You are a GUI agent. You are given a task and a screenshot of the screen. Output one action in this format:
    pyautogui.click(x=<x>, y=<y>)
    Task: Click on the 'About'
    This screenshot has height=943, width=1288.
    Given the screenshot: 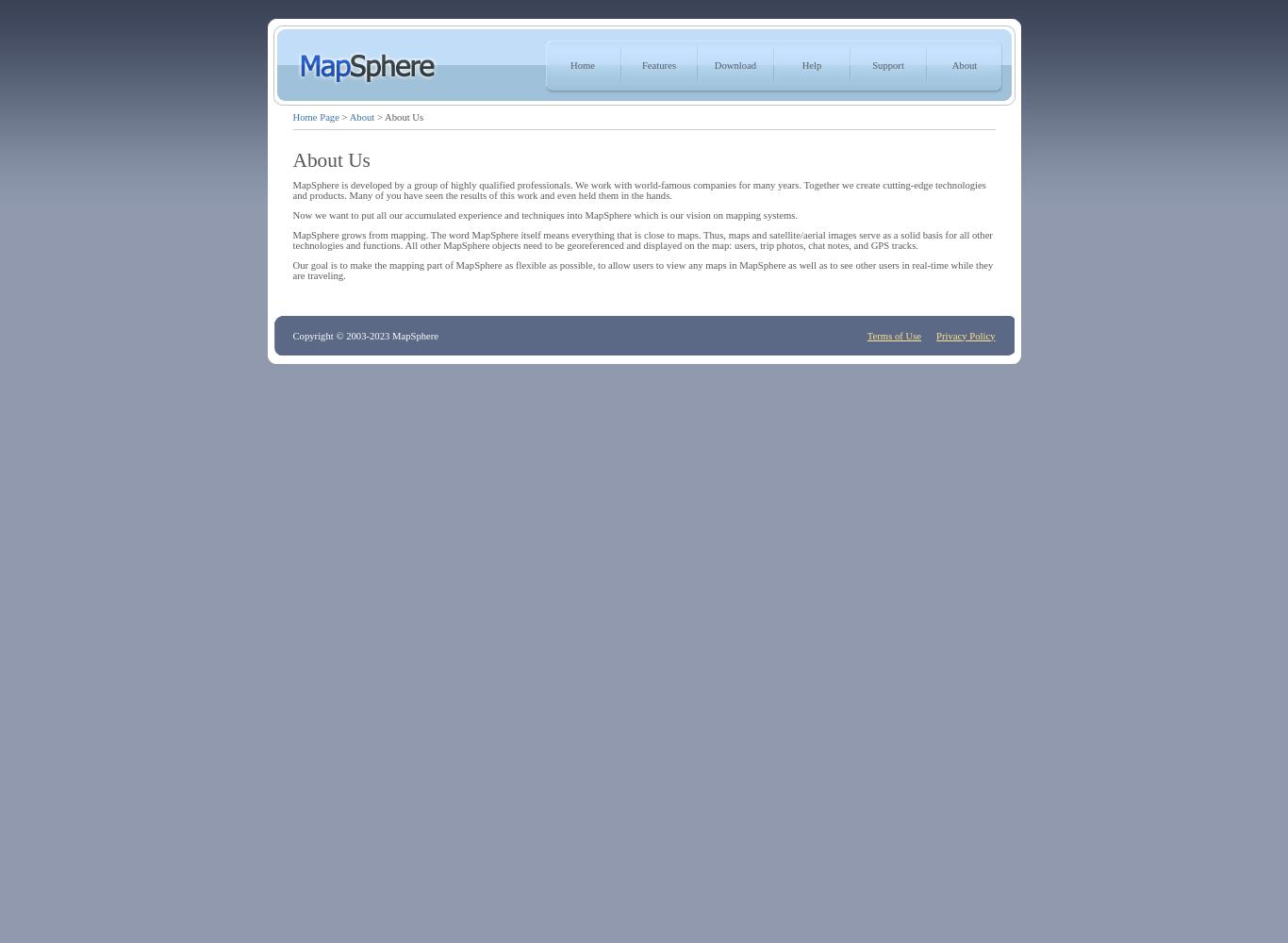 What is the action you would take?
    pyautogui.click(x=360, y=116)
    